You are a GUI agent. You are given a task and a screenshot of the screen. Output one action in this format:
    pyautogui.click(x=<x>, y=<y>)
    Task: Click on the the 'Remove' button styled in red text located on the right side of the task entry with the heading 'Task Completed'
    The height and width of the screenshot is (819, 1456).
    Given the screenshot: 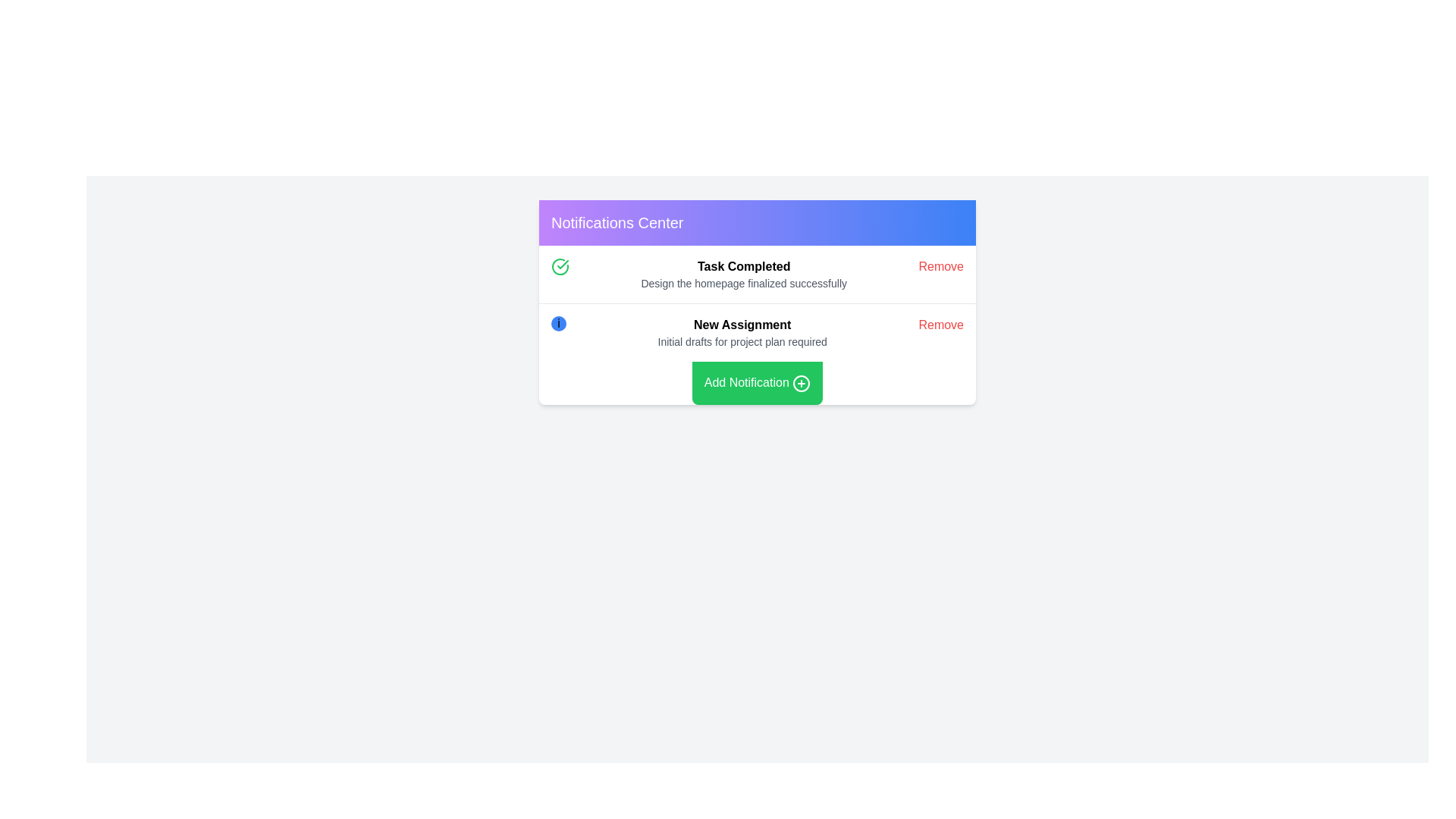 What is the action you would take?
    pyautogui.click(x=940, y=265)
    